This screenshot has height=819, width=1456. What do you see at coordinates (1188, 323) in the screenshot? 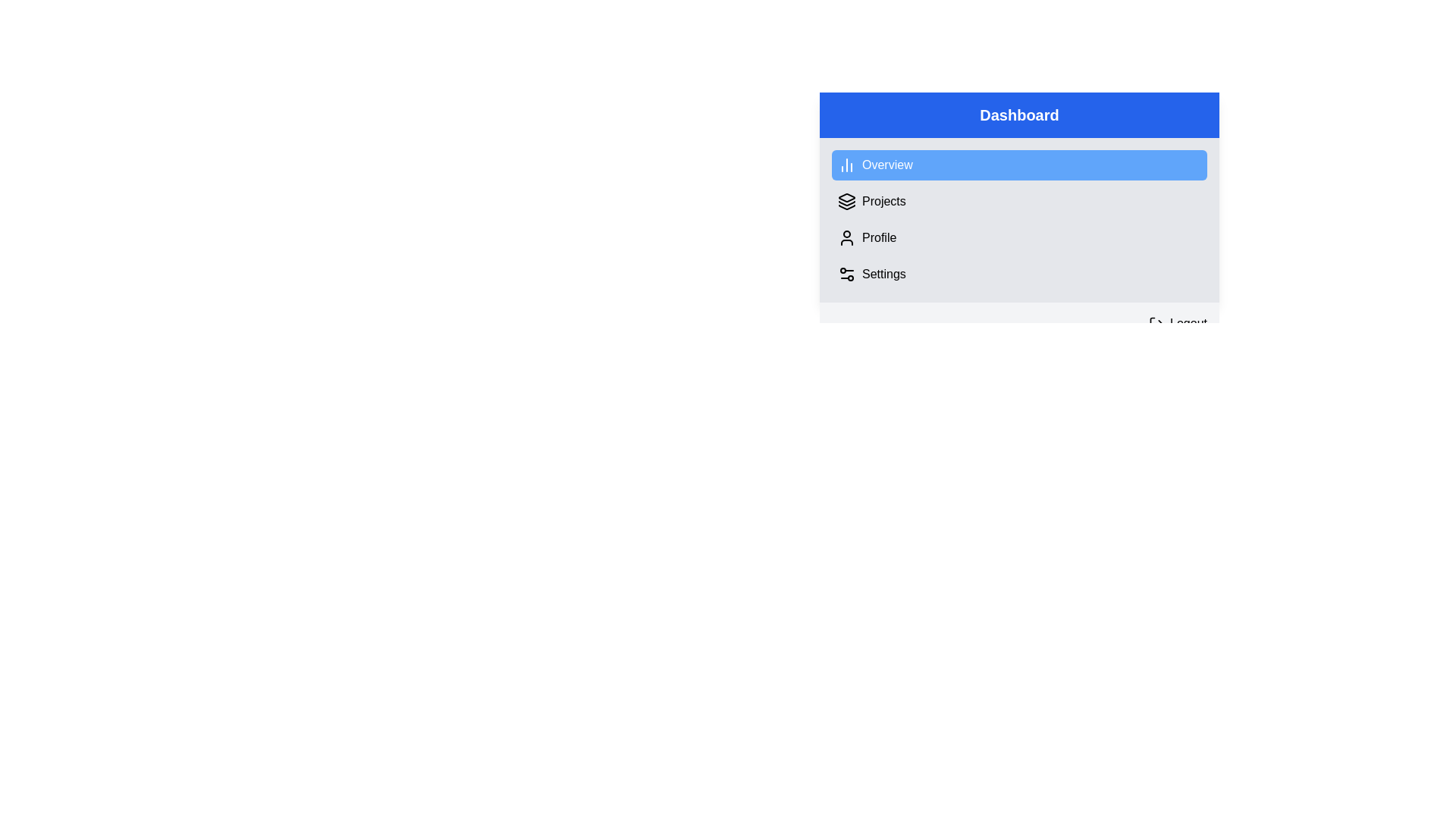
I see `the logout text label located at the bottom right of the 'Dashboard' panel` at bounding box center [1188, 323].